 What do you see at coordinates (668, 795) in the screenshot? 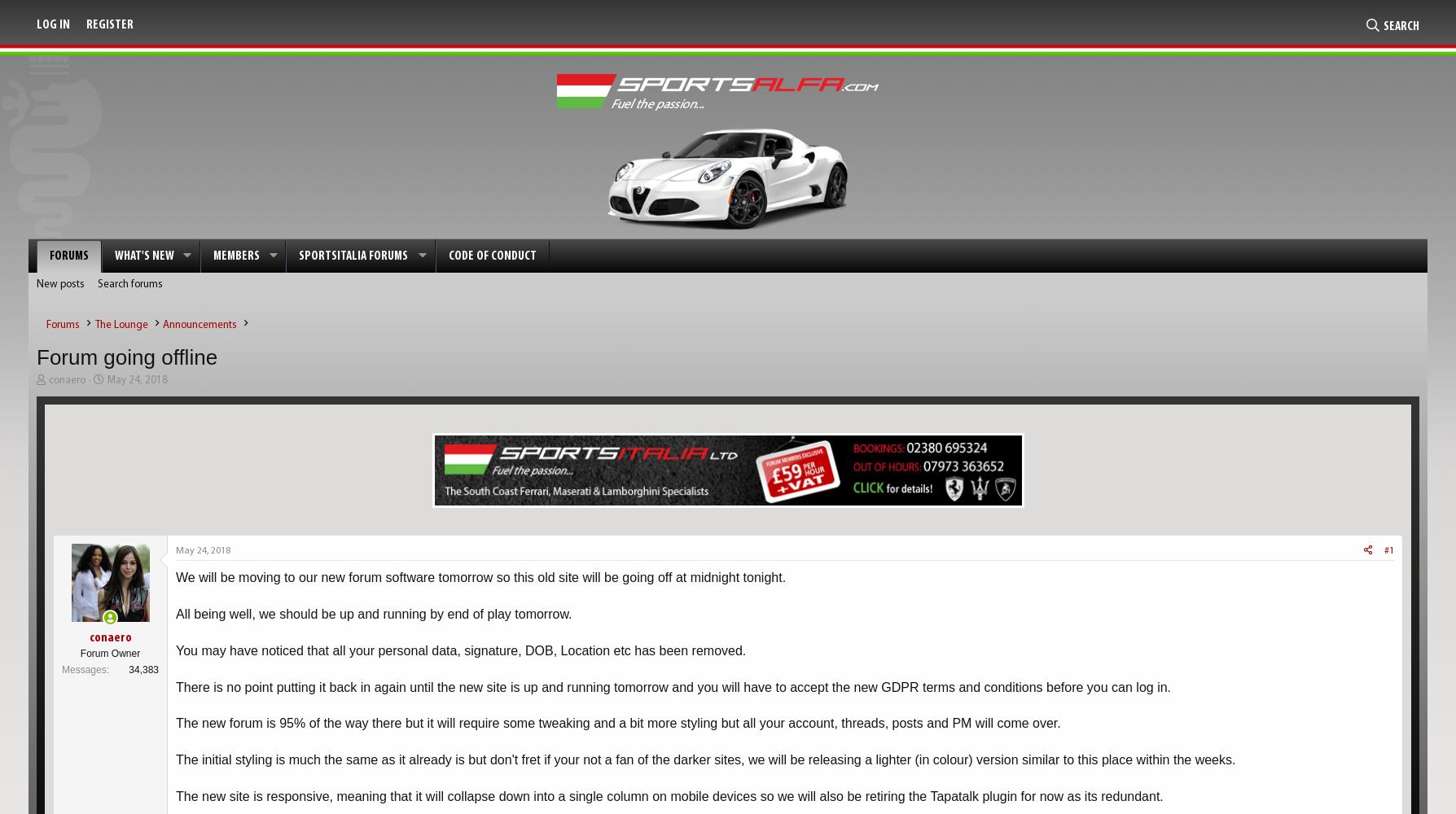
I see `'The new site is responsive, meaning that it will collapse down into a single column on mobile devices so we will also be retiring the Tapatalk plugin for now as its redundant.'` at bounding box center [668, 795].